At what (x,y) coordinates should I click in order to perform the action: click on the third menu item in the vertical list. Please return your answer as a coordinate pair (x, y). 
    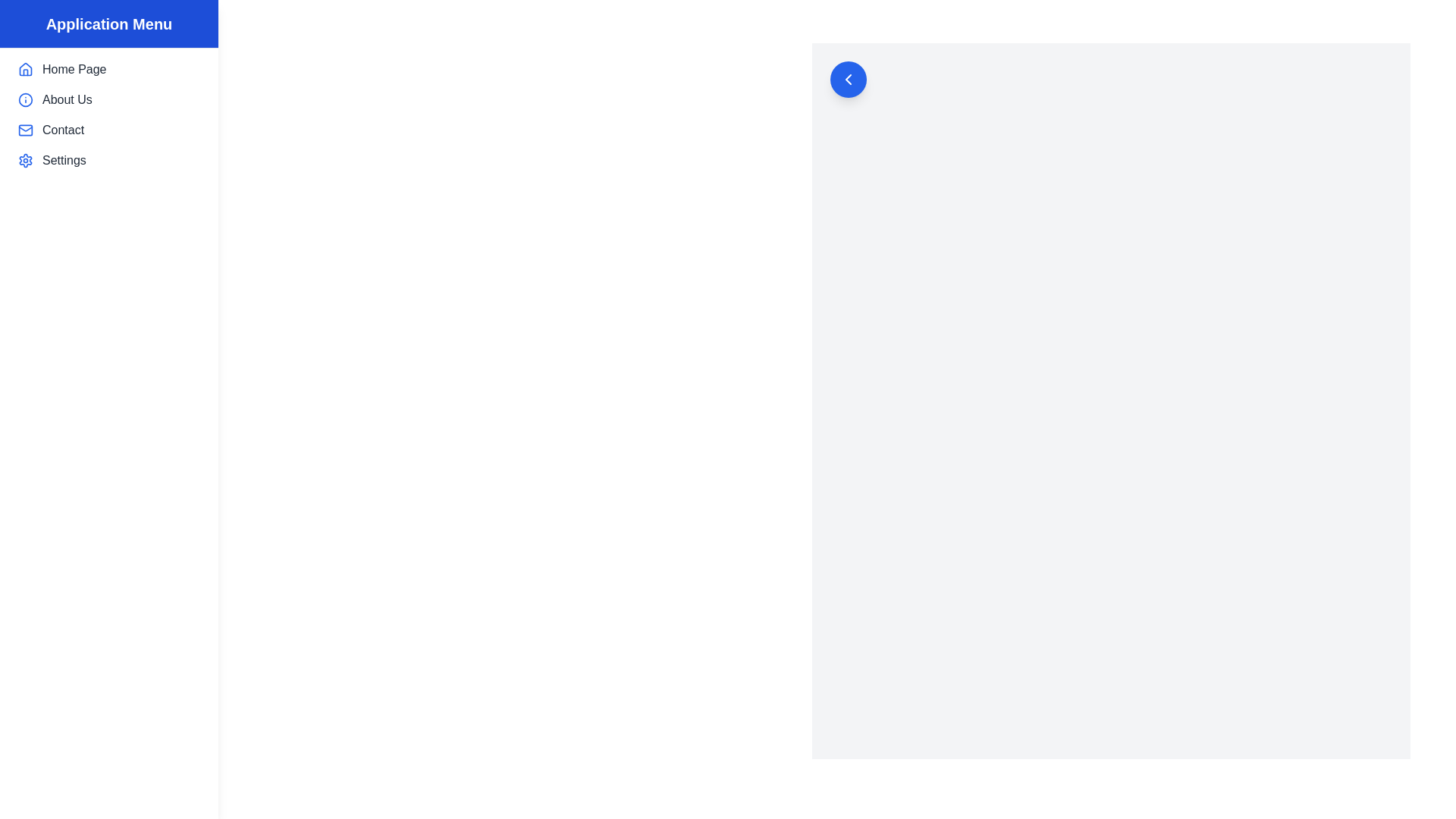
    Looking at the image, I should click on (108, 130).